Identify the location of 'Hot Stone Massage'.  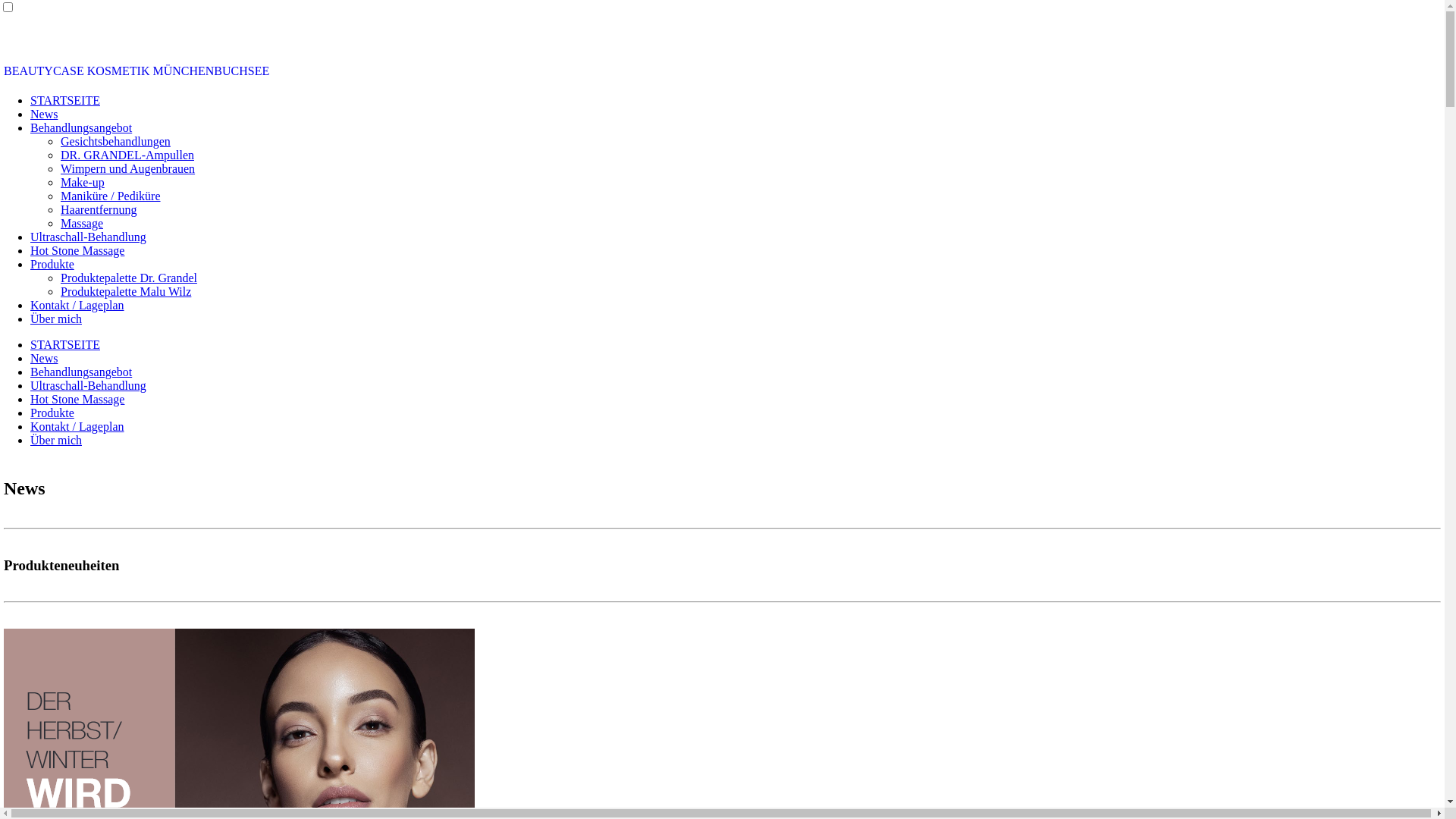
(76, 398).